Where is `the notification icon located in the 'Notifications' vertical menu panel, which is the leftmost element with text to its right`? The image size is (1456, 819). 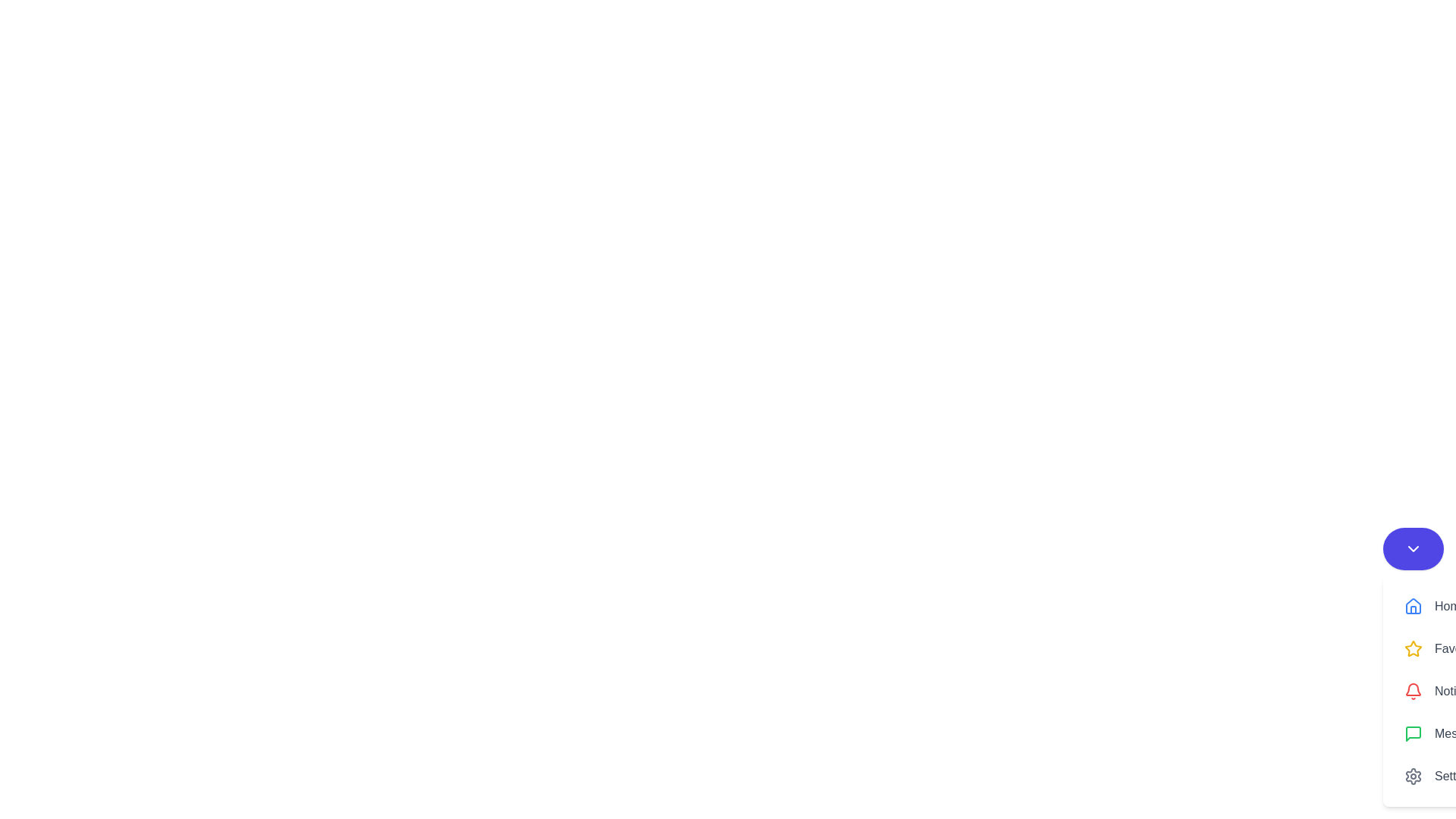 the notification icon located in the 'Notifications' vertical menu panel, which is the leftmost element with text to its right is located at coordinates (1412, 691).